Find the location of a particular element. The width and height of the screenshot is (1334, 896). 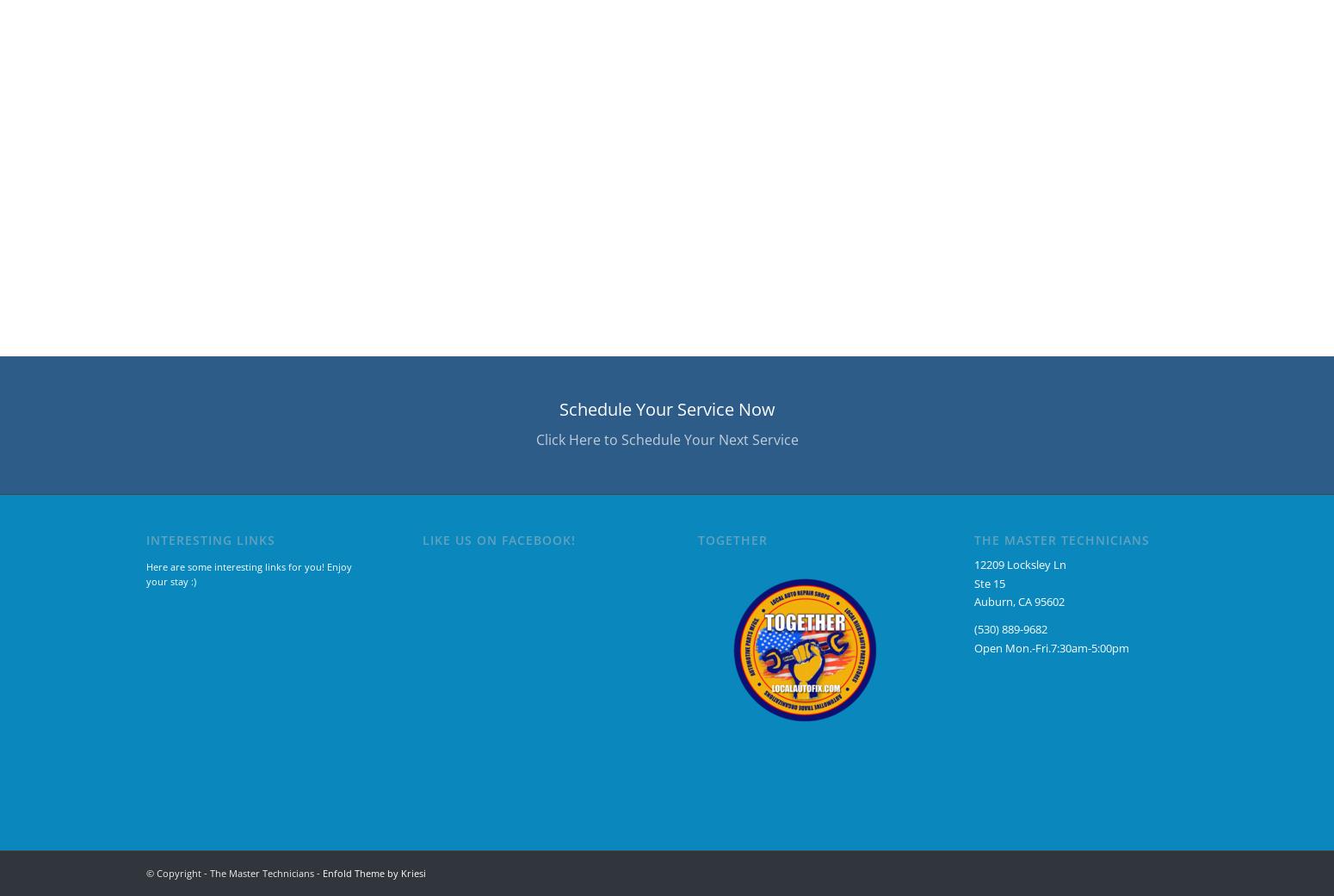

'Ste 15' is located at coordinates (988, 581).